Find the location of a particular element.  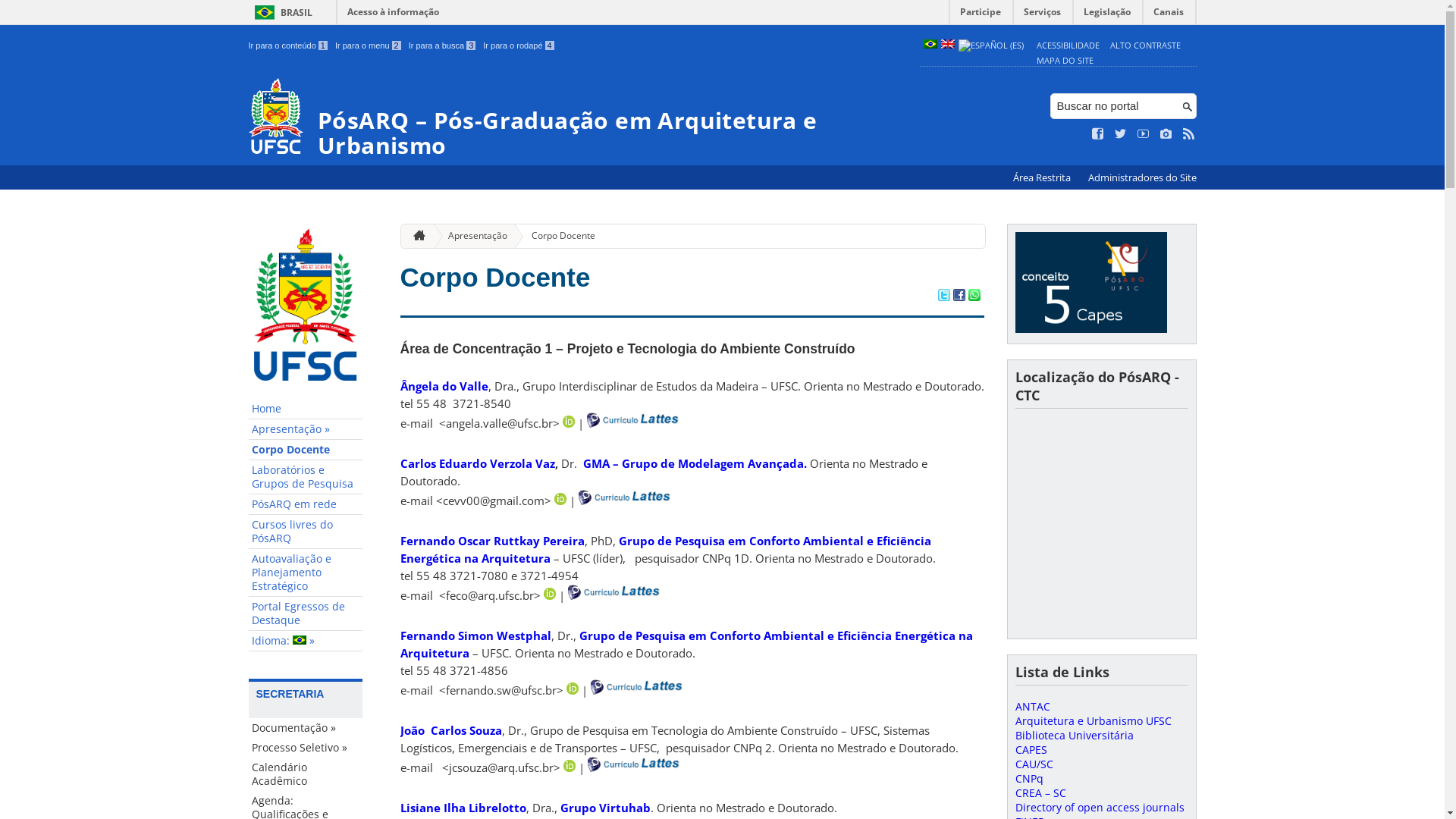

'Lisiane Ilha Librelotto' is located at coordinates (462, 806).